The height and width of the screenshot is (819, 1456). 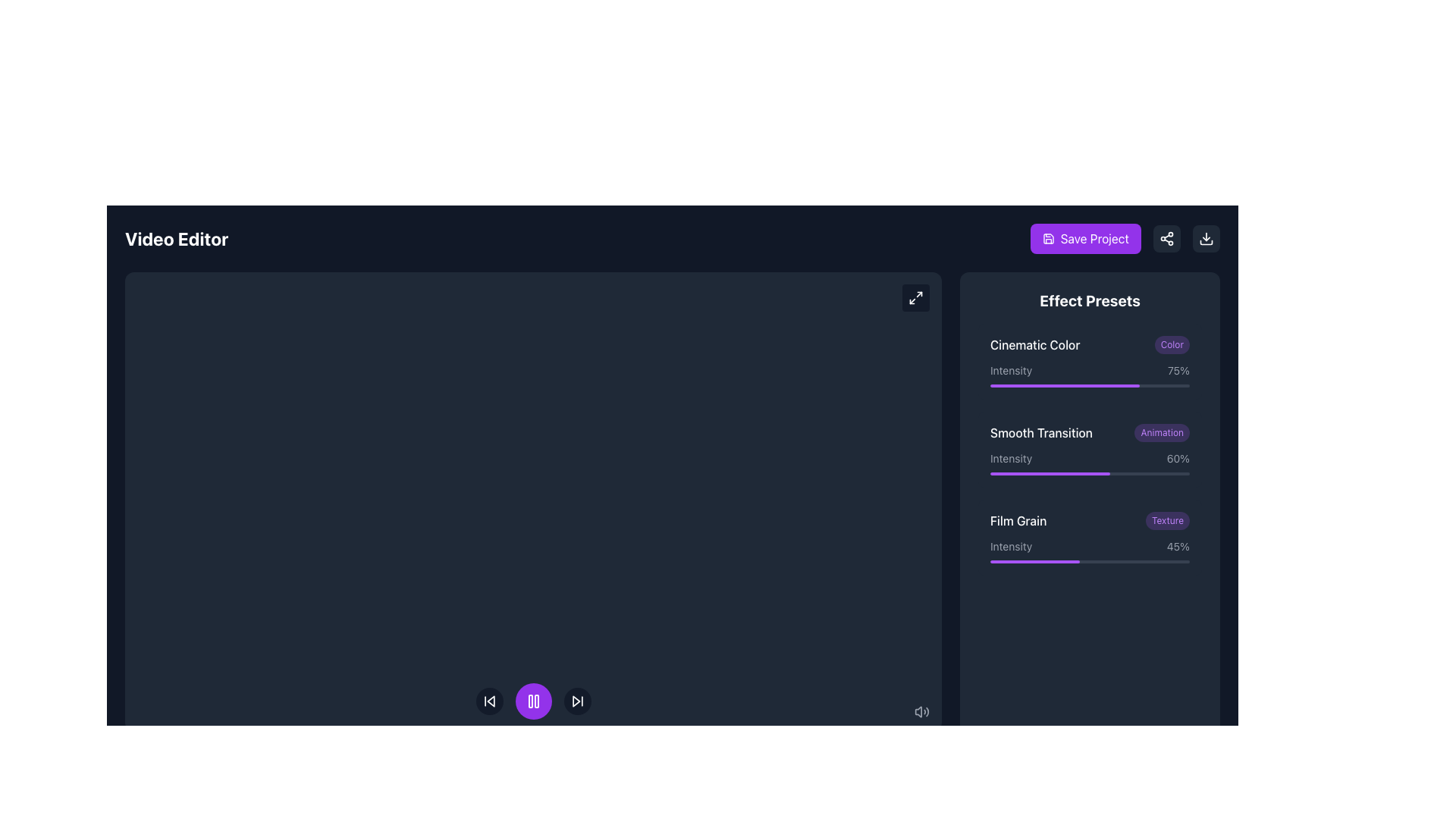 What do you see at coordinates (1010, 385) in the screenshot?
I see `Cinematic Color Intensity` at bounding box center [1010, 385].